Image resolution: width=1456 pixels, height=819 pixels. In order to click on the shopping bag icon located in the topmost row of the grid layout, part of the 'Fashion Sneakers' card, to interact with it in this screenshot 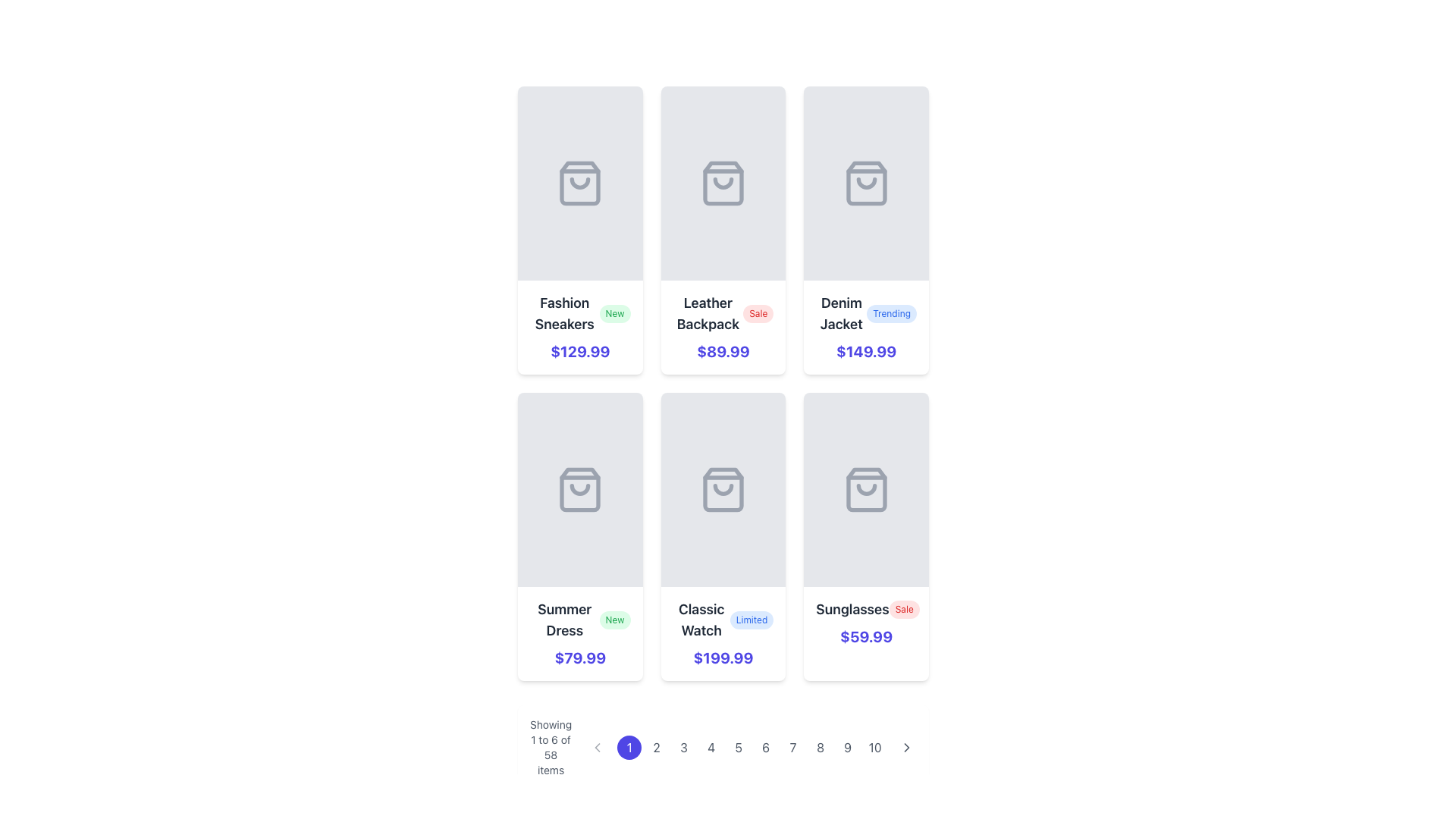, I will do `click(579, 183)`.